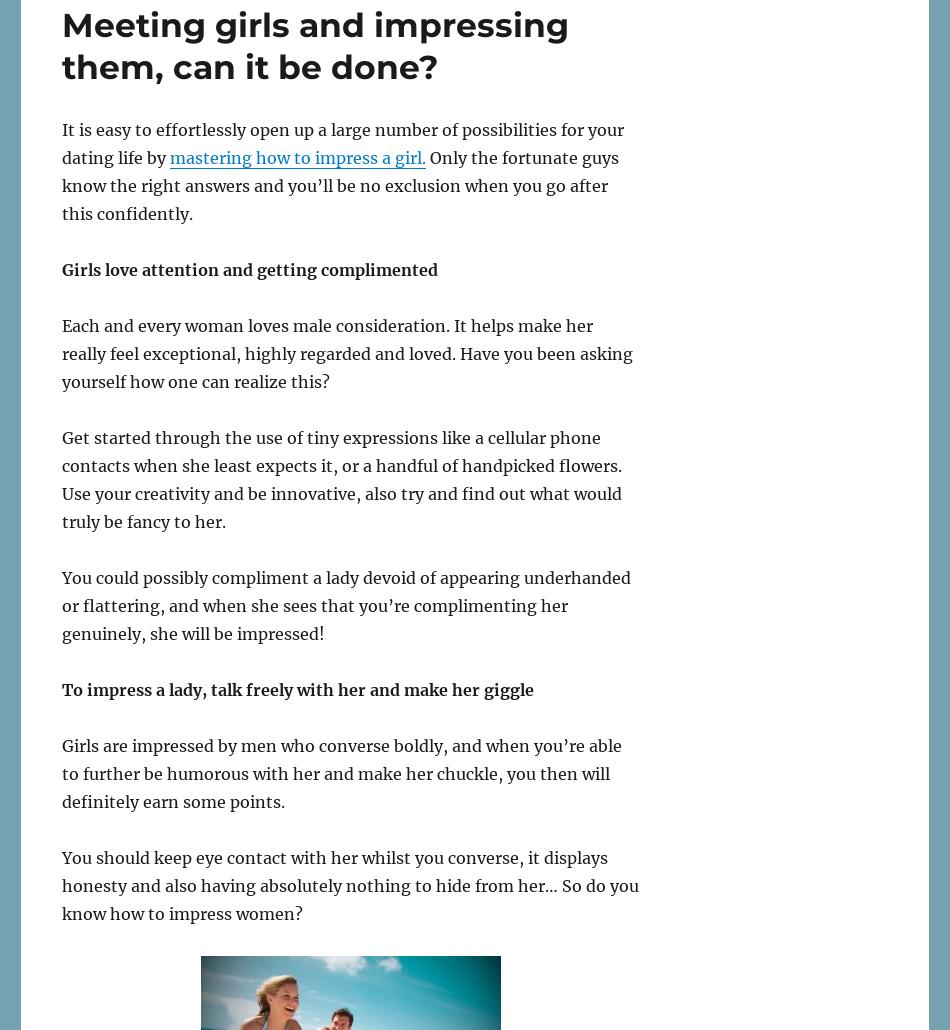  Describe the element at coordinates (339, 184) in the screenshot. I see `'Only the fortunate guys know the right answers and you’ll be no exclusion when you go after this confidently.'` at that location.